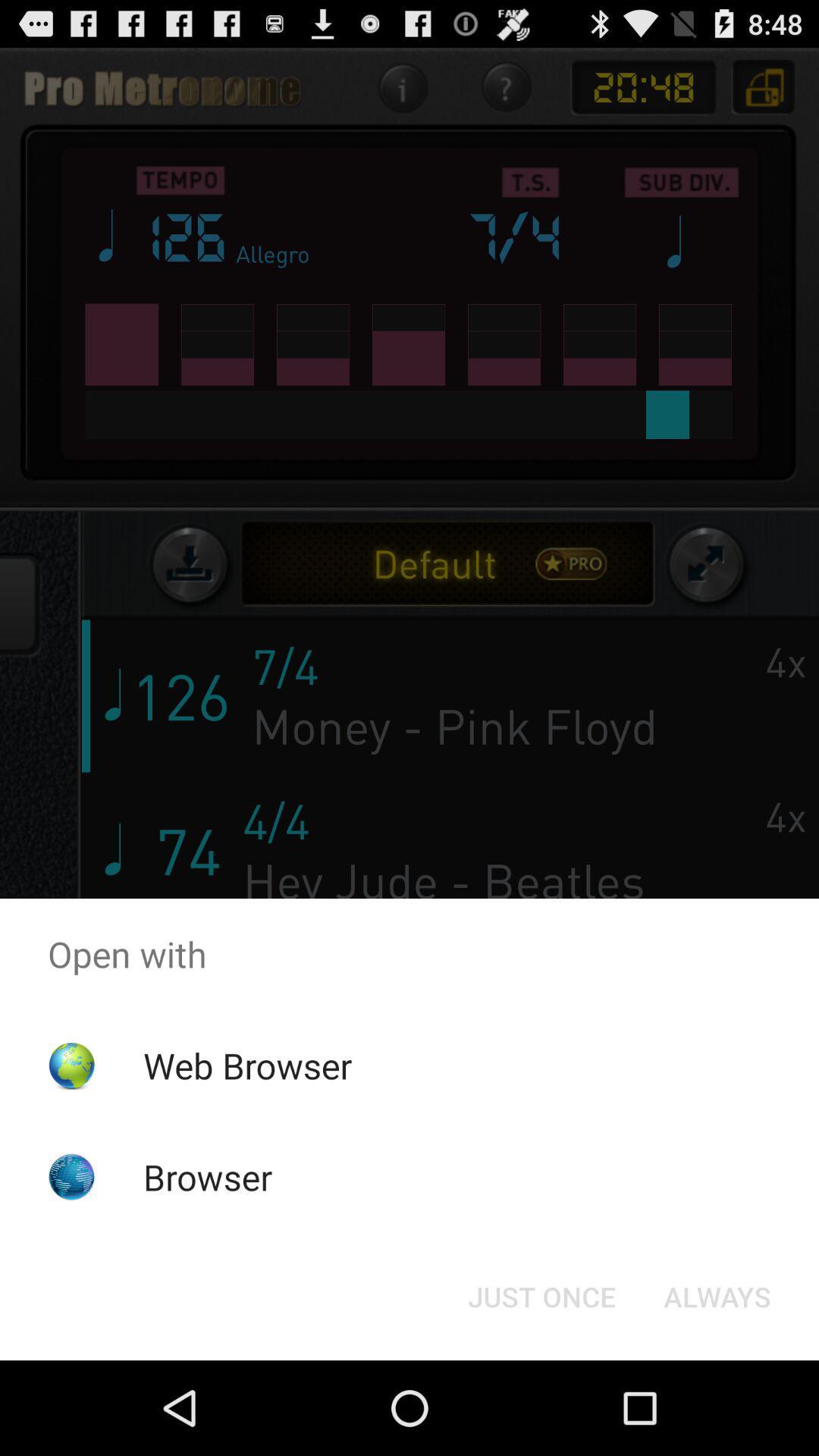 The image size is (819, 1456). Describe the element at coordinates (246, 1065) in the screenshot. I see `the web browser app` at that location.